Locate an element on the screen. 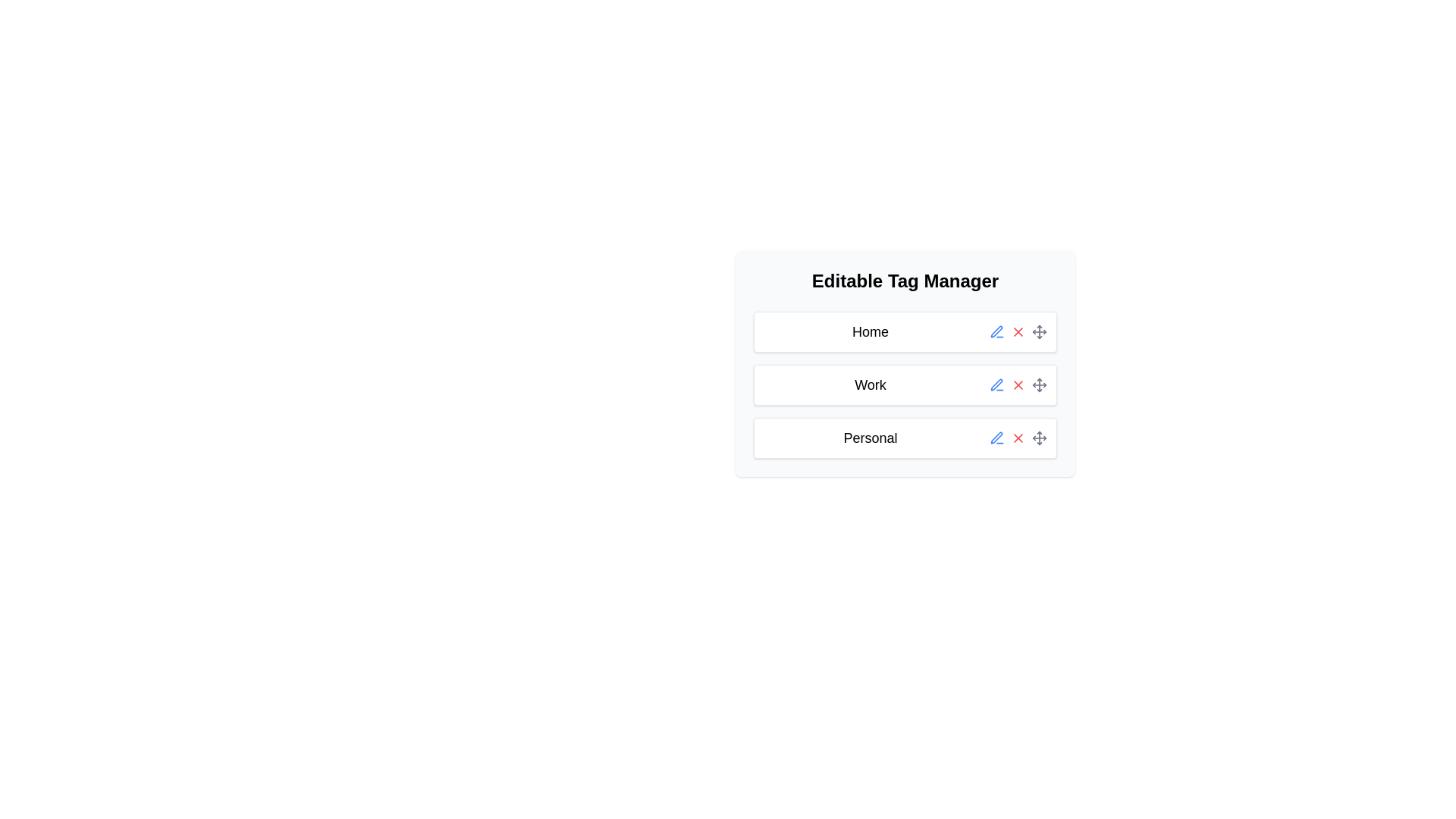  the red 'X' button located to the right of the third row labeled 'Personal' is located at coordinates (1018, 438).